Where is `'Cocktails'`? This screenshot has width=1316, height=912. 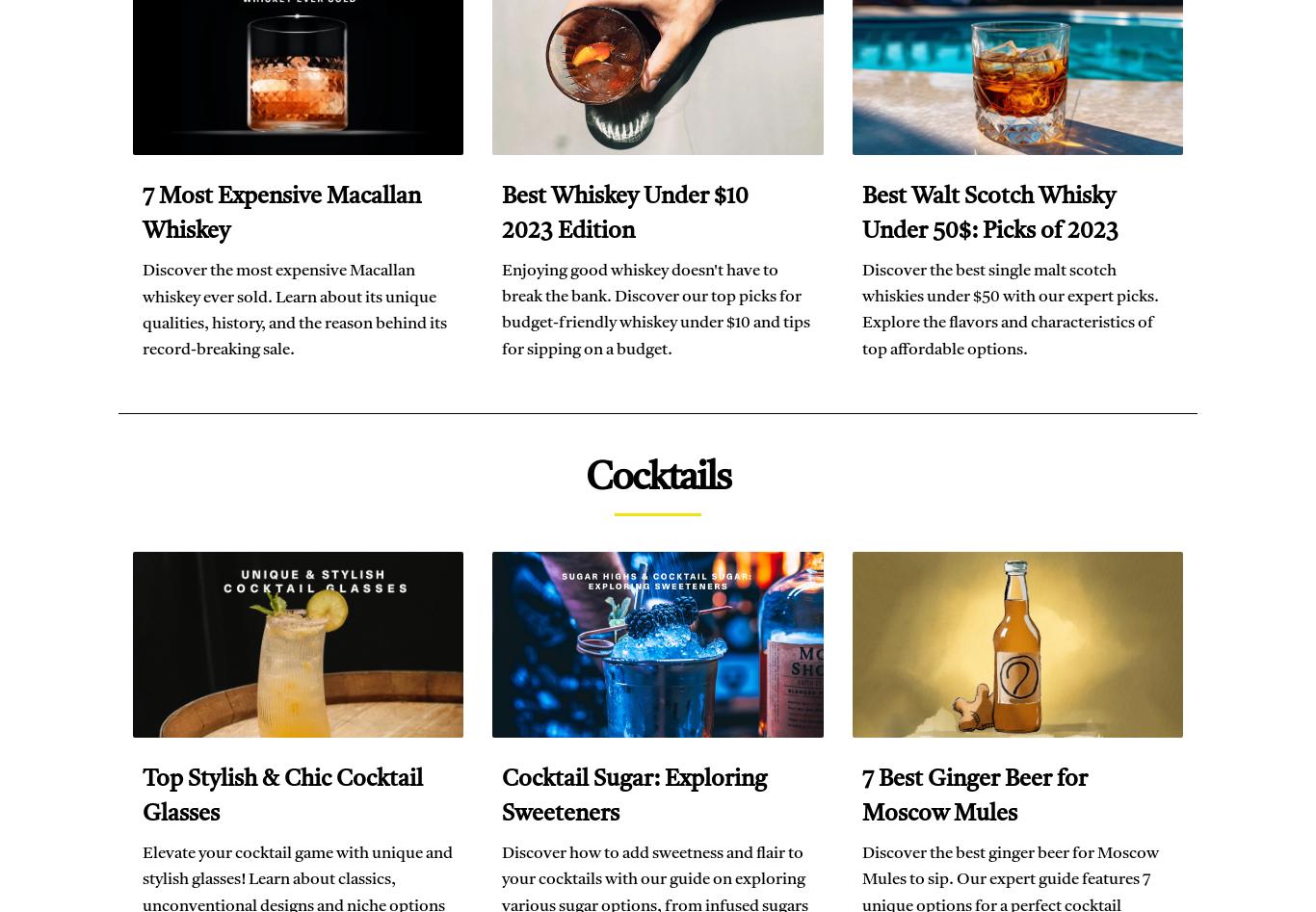 'Cocktails' is located at coordinates (658, 479).